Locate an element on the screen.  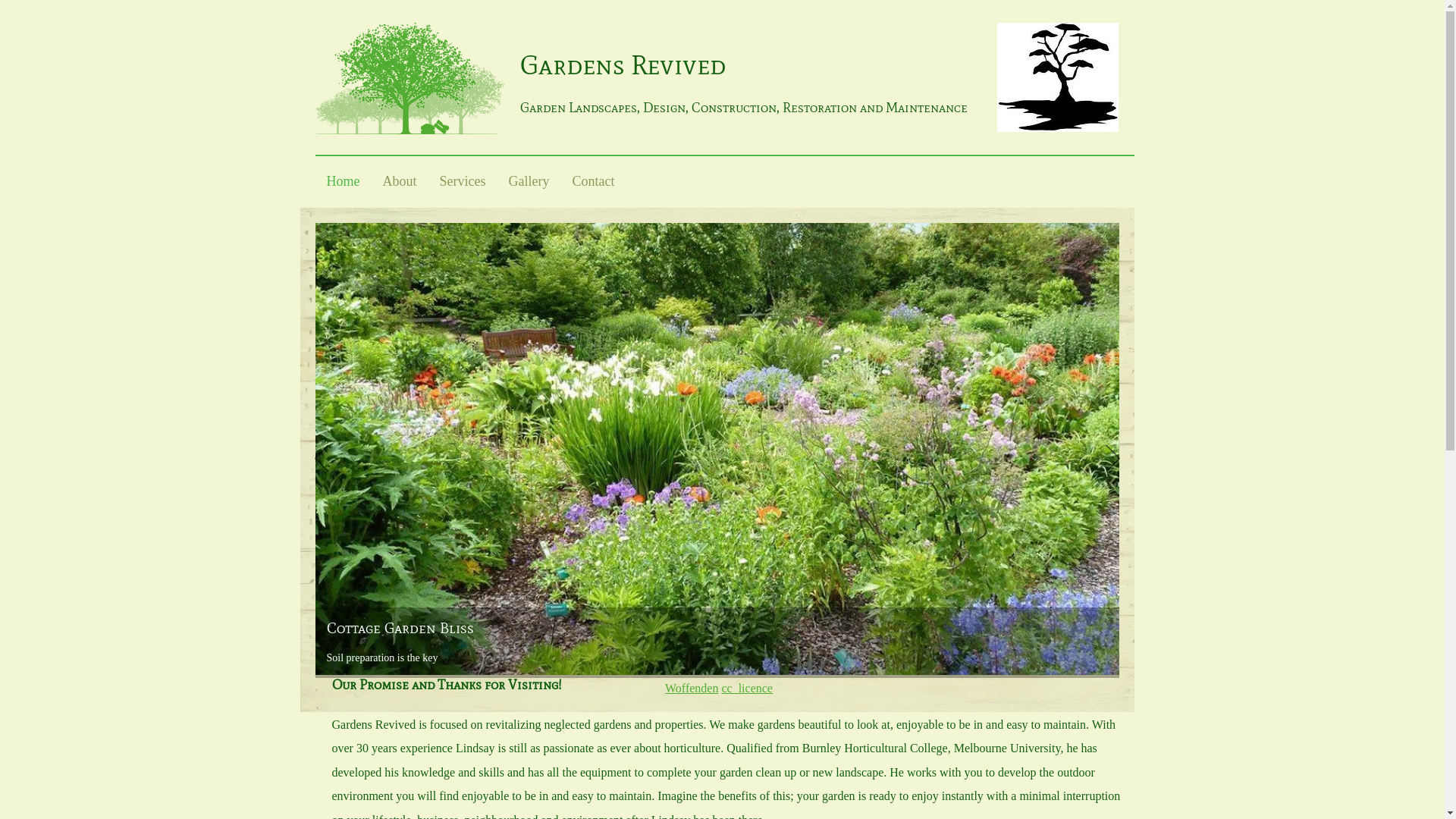
'Gallery' is located at coordinates (528, 180).